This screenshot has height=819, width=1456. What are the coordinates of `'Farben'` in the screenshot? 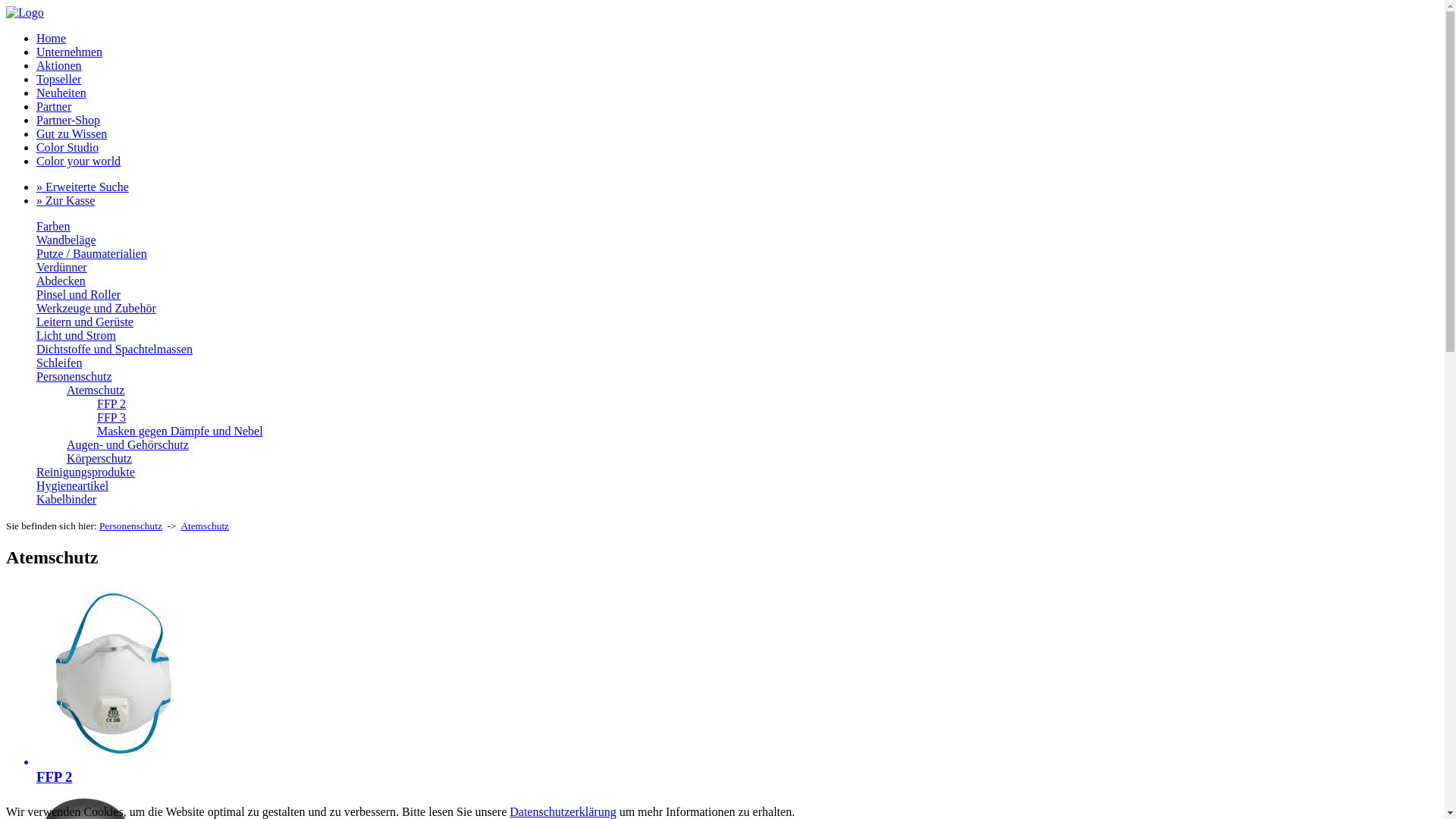 It's located at (53, 226).